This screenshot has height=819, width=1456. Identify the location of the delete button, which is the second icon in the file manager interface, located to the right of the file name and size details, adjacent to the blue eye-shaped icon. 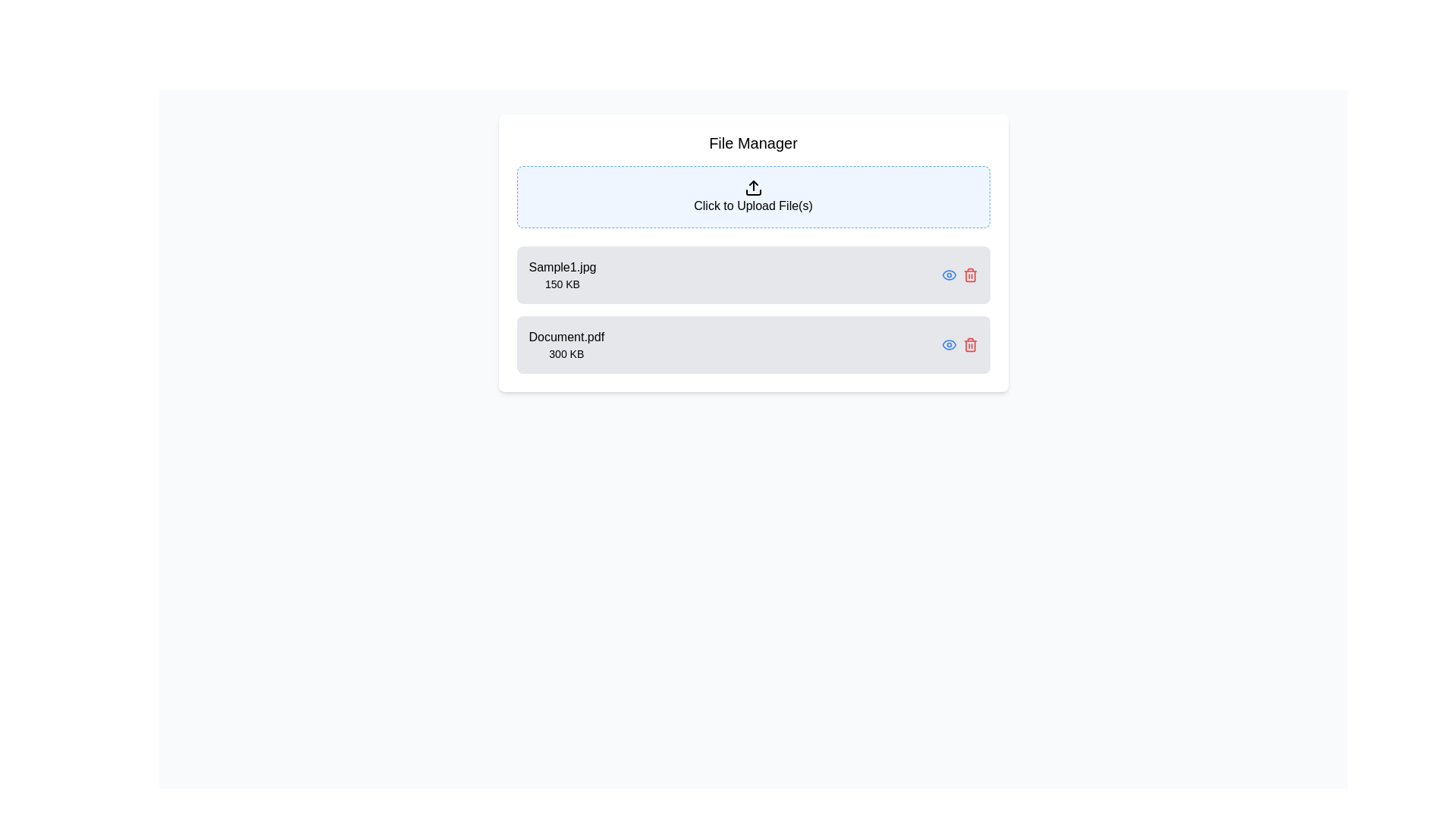
(969, 275).